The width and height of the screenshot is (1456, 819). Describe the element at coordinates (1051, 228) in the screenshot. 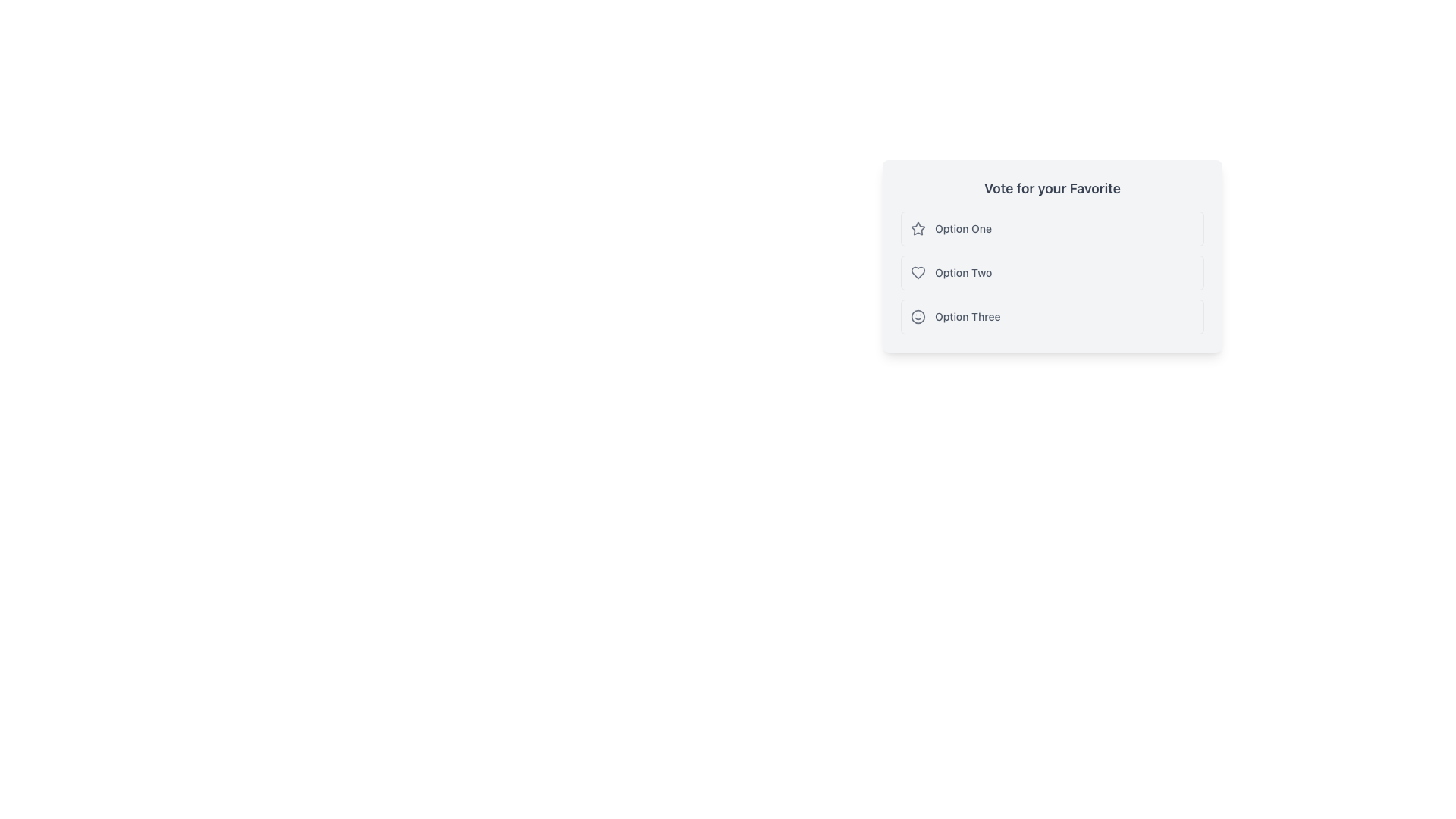

I see `the selectable option 'Option One' in the 'Vote for your Favorite' list` at that location.